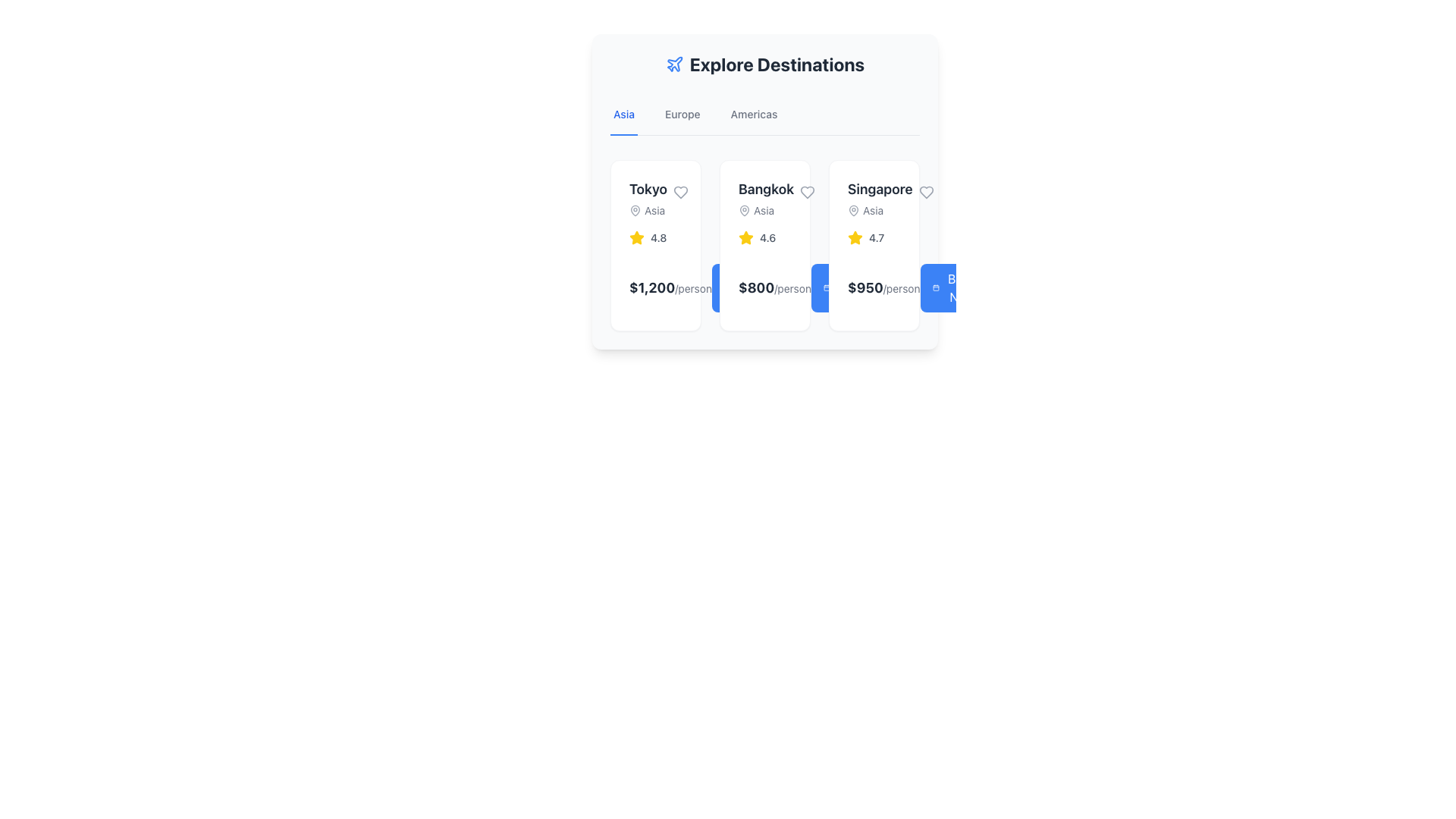 Image resolution: width=1456 pixels, height=819 pixels. Describe the element at coordinates (764, 114) in the screenshot. I see `the tab in the Tab Navigation Bar located centrally at the top of the 'Explore Destinations' card to switch content` at that location.